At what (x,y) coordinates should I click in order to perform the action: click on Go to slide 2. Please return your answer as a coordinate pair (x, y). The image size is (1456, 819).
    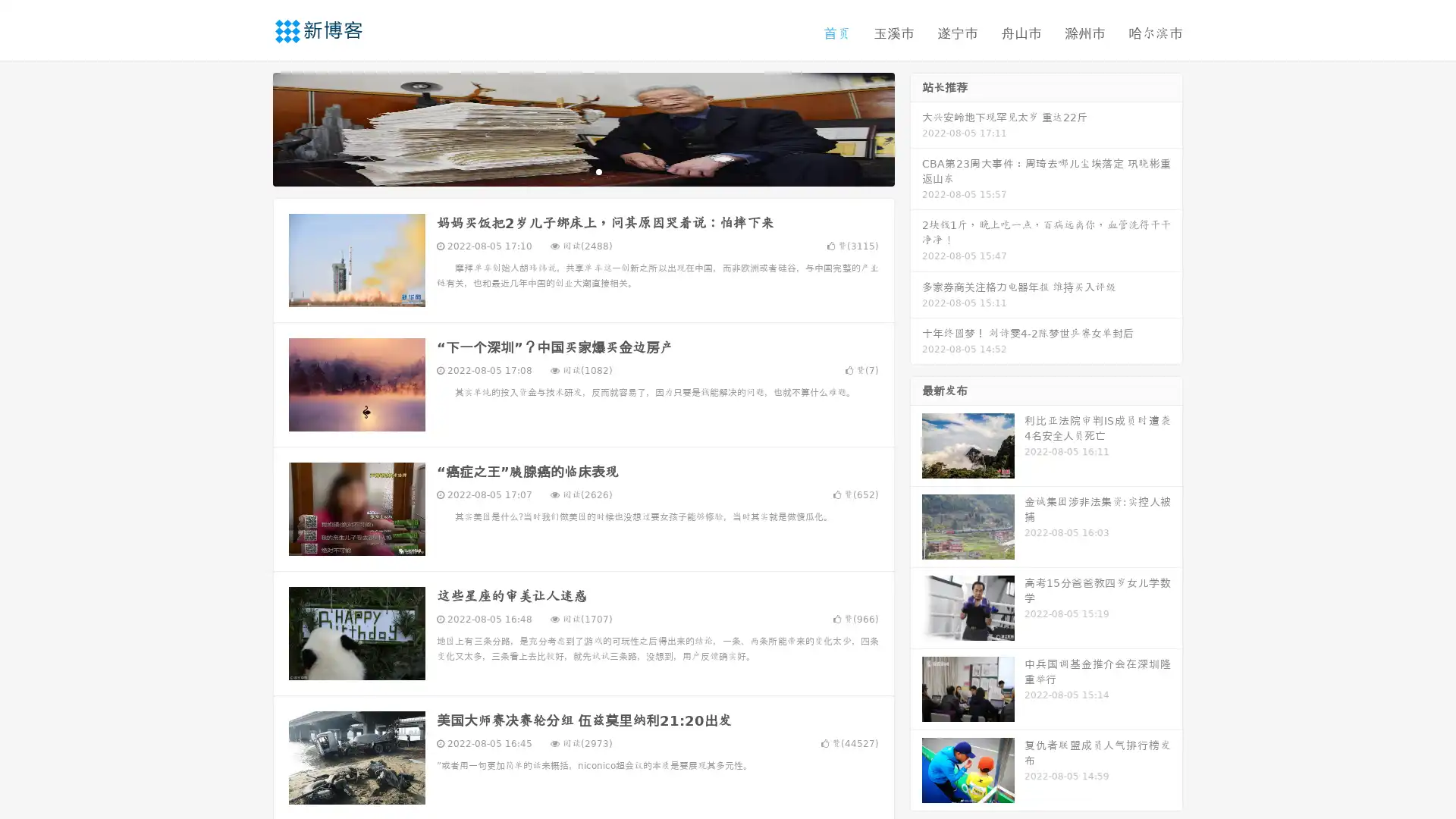
    Looking at the image, I should click on (582, 171).